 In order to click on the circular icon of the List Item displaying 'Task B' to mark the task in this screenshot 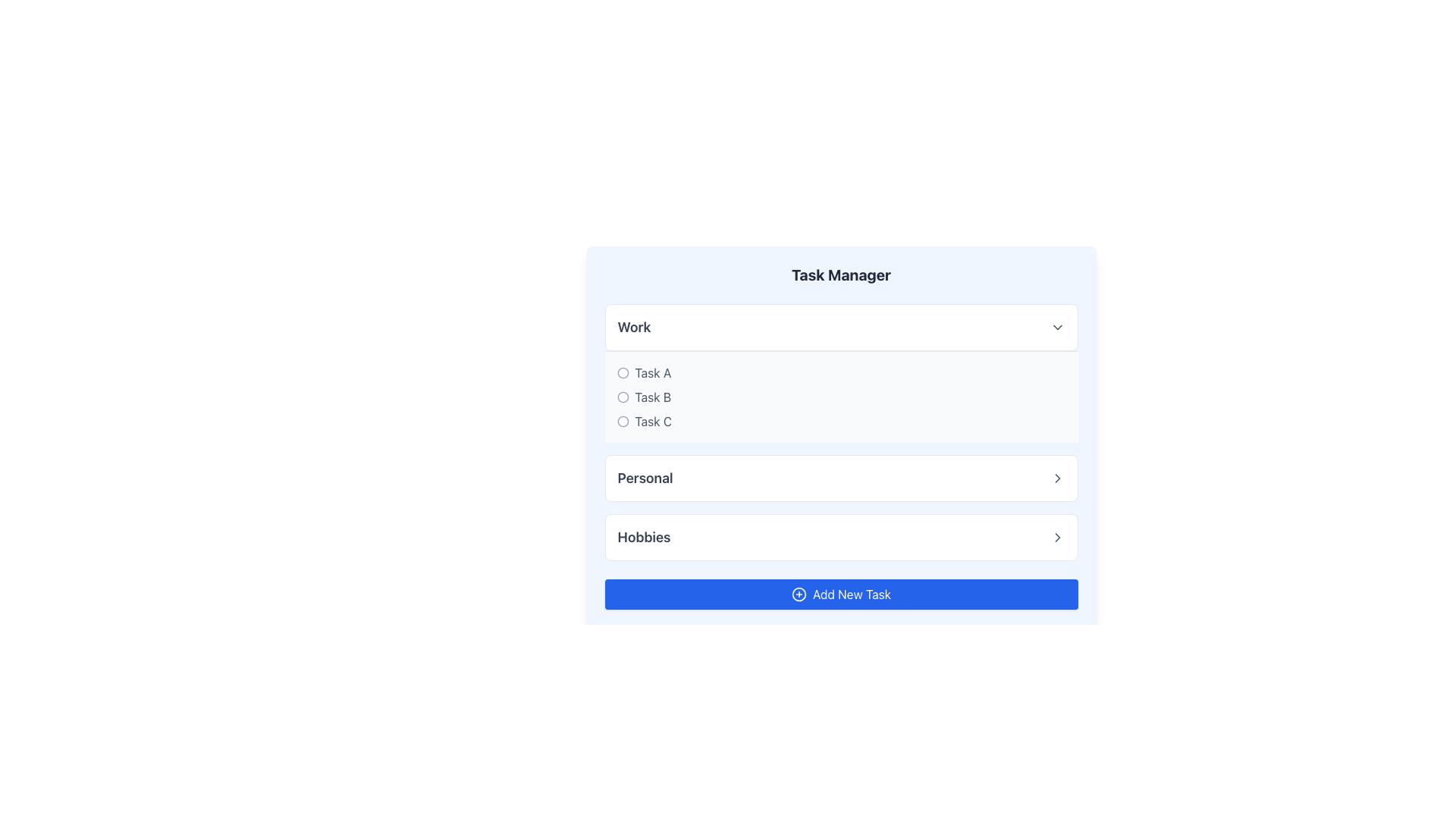, I will do `click(840, 397)`.